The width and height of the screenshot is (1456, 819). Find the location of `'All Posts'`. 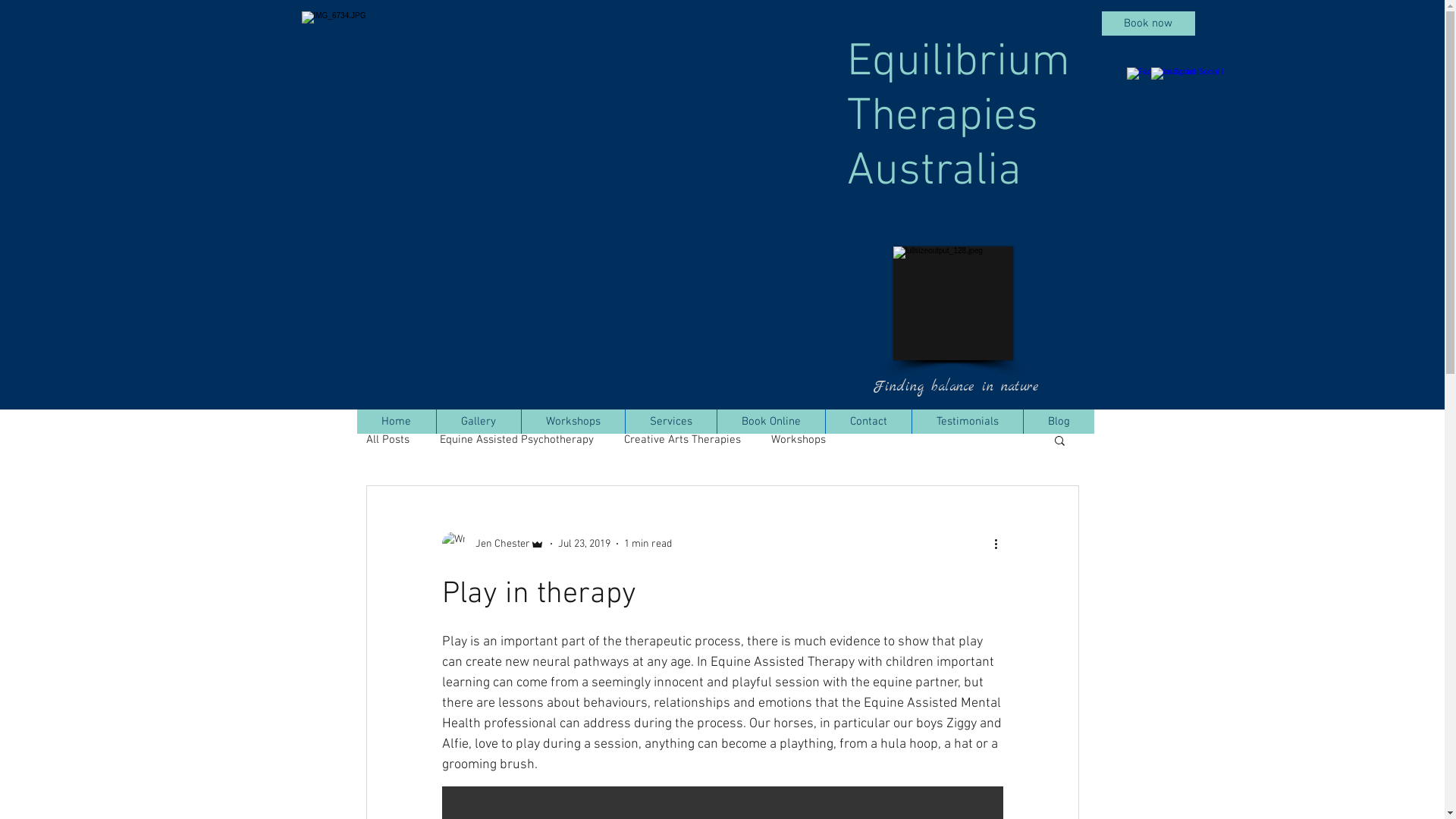

'All Posts' is located at coordinates (387, 439).